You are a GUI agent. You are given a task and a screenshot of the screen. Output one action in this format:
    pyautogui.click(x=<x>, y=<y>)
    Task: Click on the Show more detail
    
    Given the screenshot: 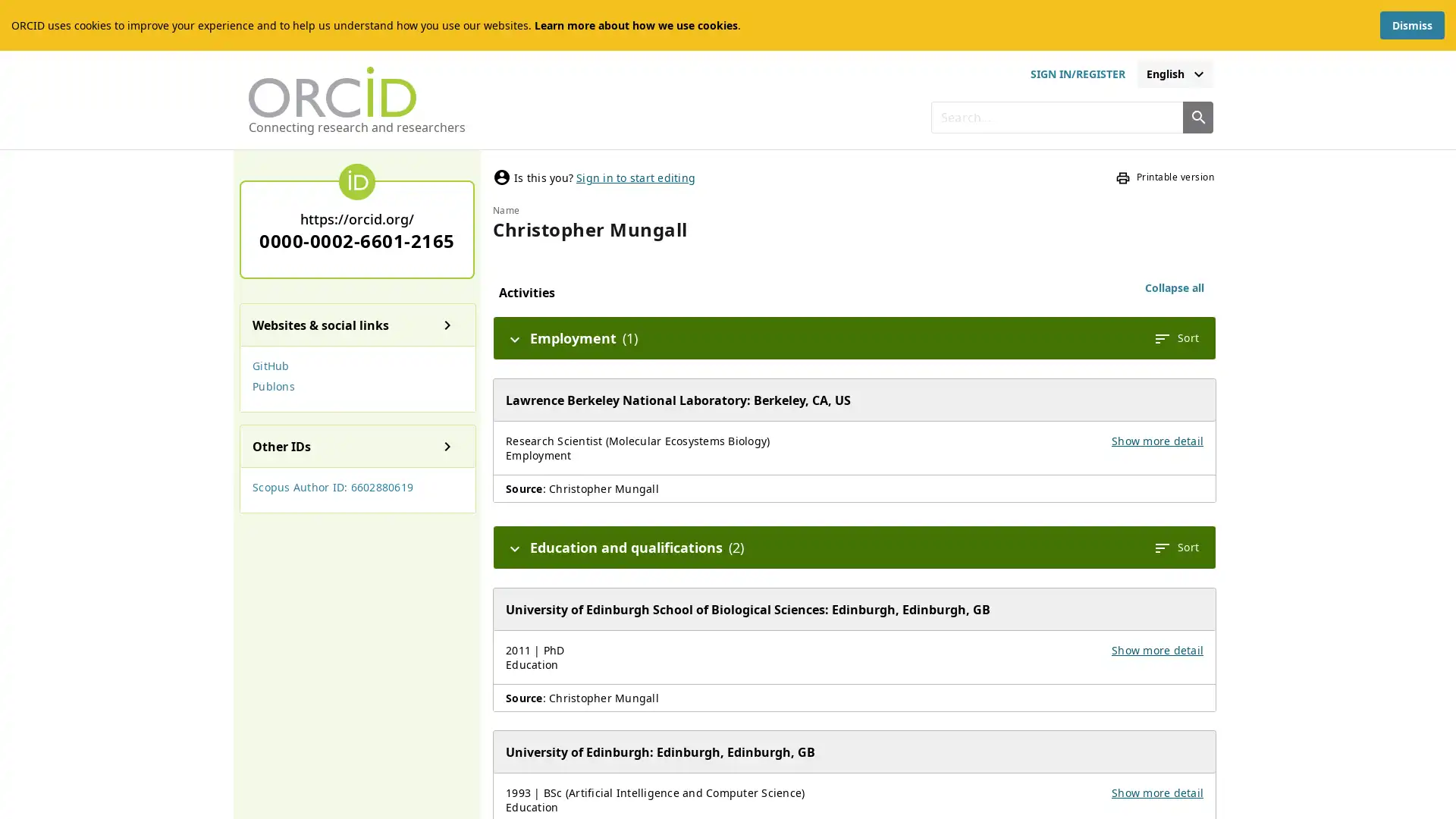 What is the action you would take?
    pyautogui.click(x=1156, y=441)
    